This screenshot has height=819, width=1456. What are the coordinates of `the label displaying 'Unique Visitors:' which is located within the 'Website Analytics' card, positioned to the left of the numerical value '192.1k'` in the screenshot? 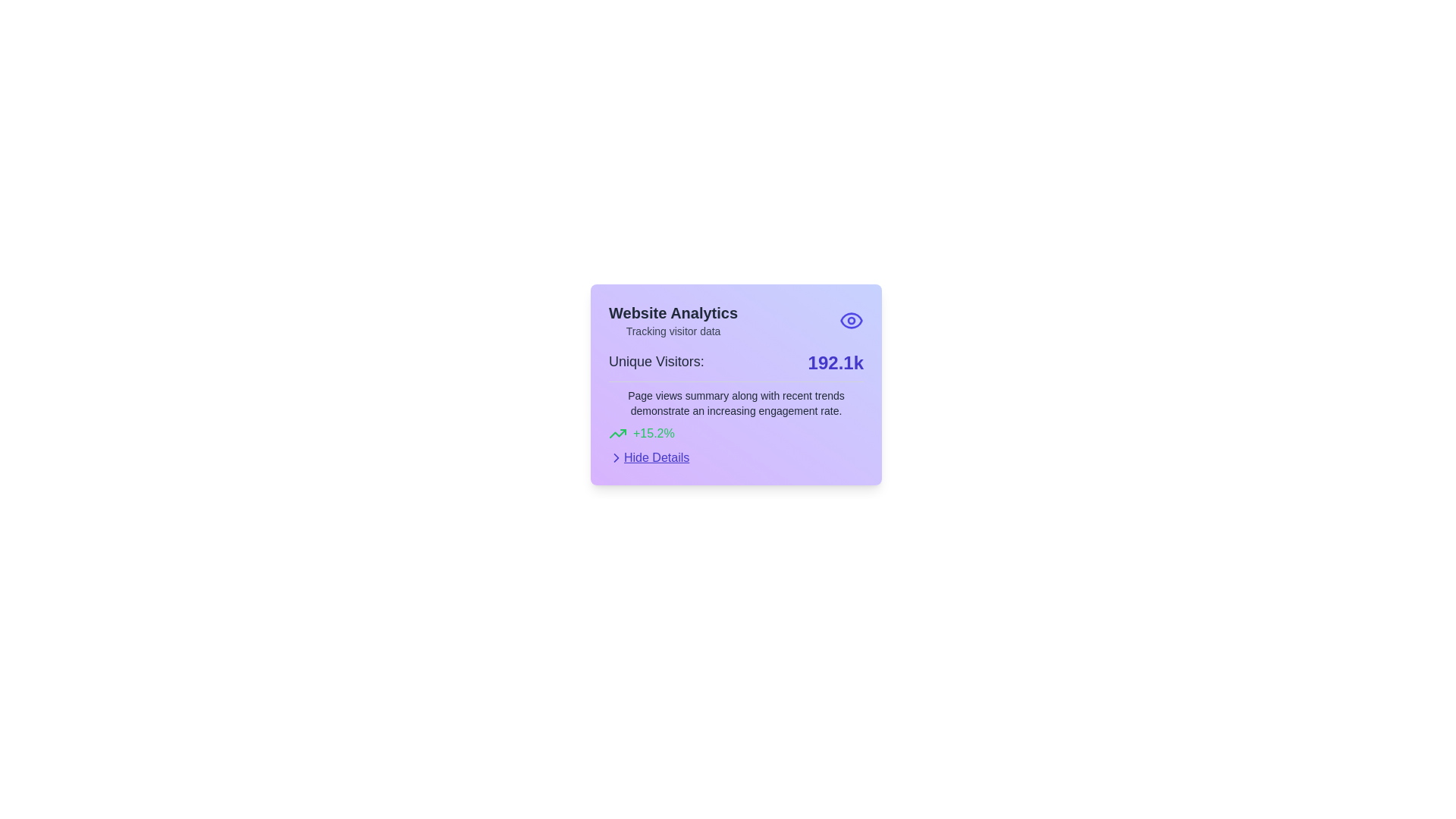 It's located at (656, 362).